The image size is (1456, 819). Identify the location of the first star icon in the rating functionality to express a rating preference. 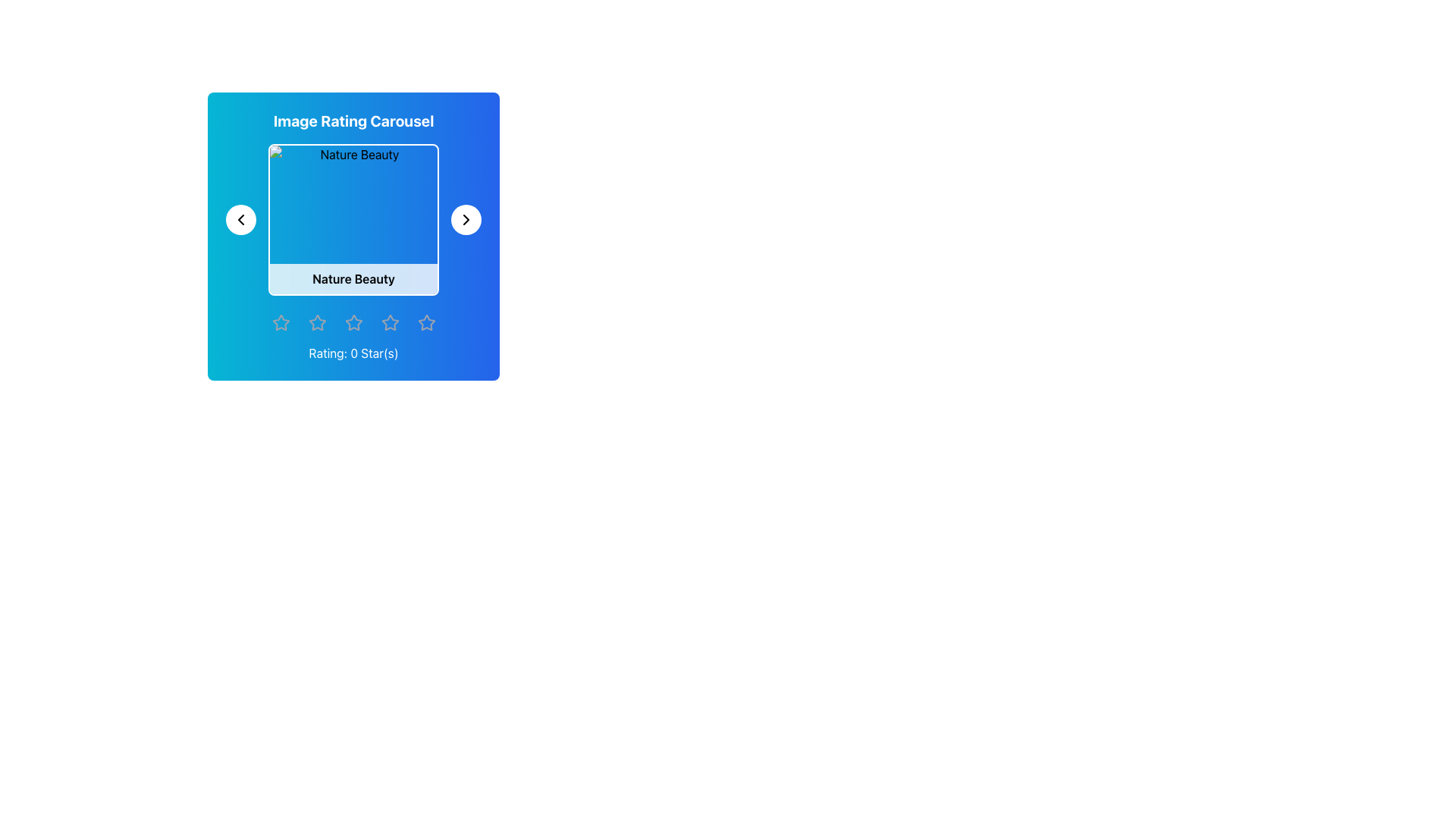
(281, 322).